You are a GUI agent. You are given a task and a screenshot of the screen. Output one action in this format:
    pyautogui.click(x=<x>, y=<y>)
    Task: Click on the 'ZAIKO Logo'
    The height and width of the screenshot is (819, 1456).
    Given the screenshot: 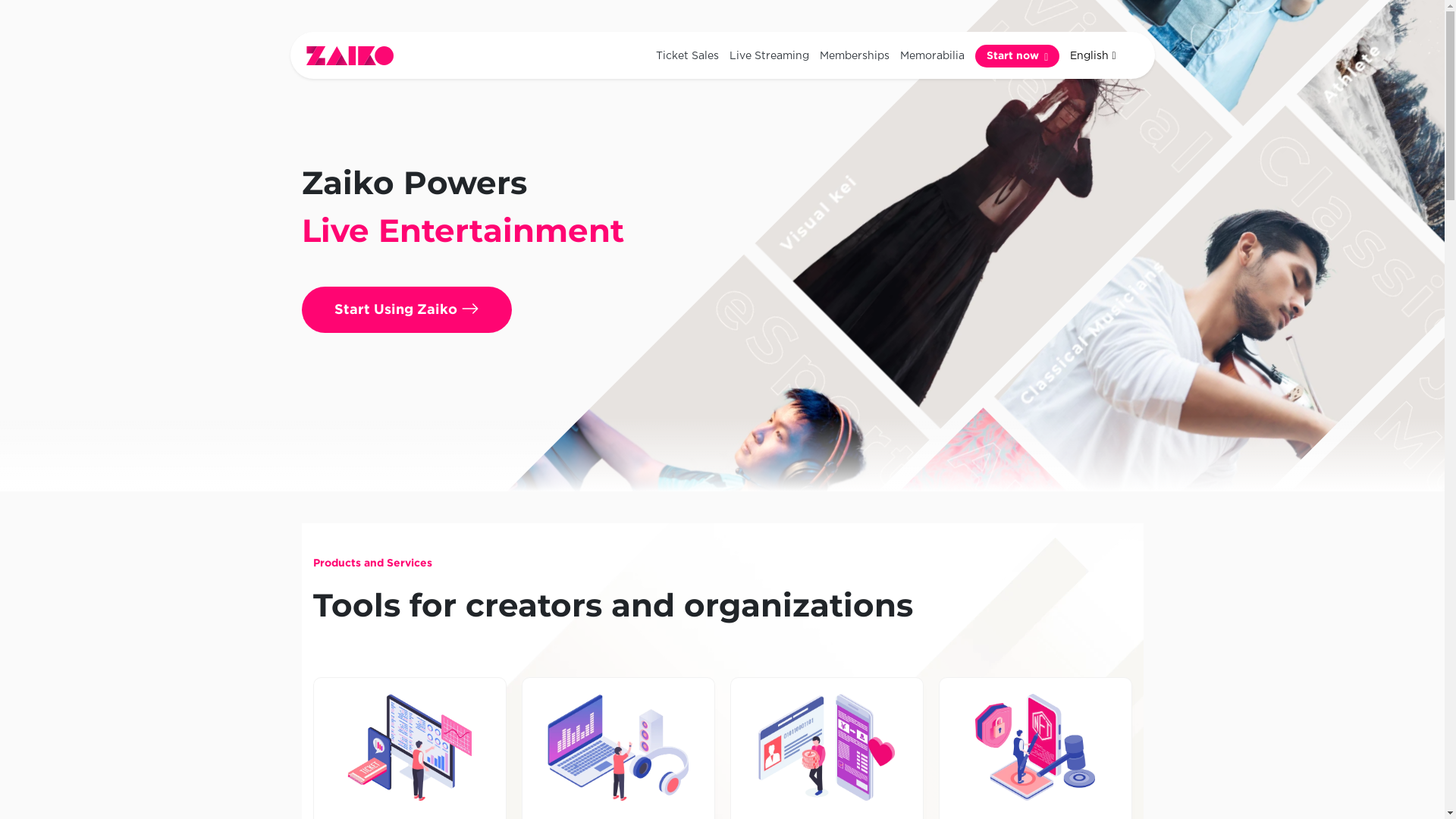 What is the action you would take?
    pyautogui.click(x=305, y=55)
    